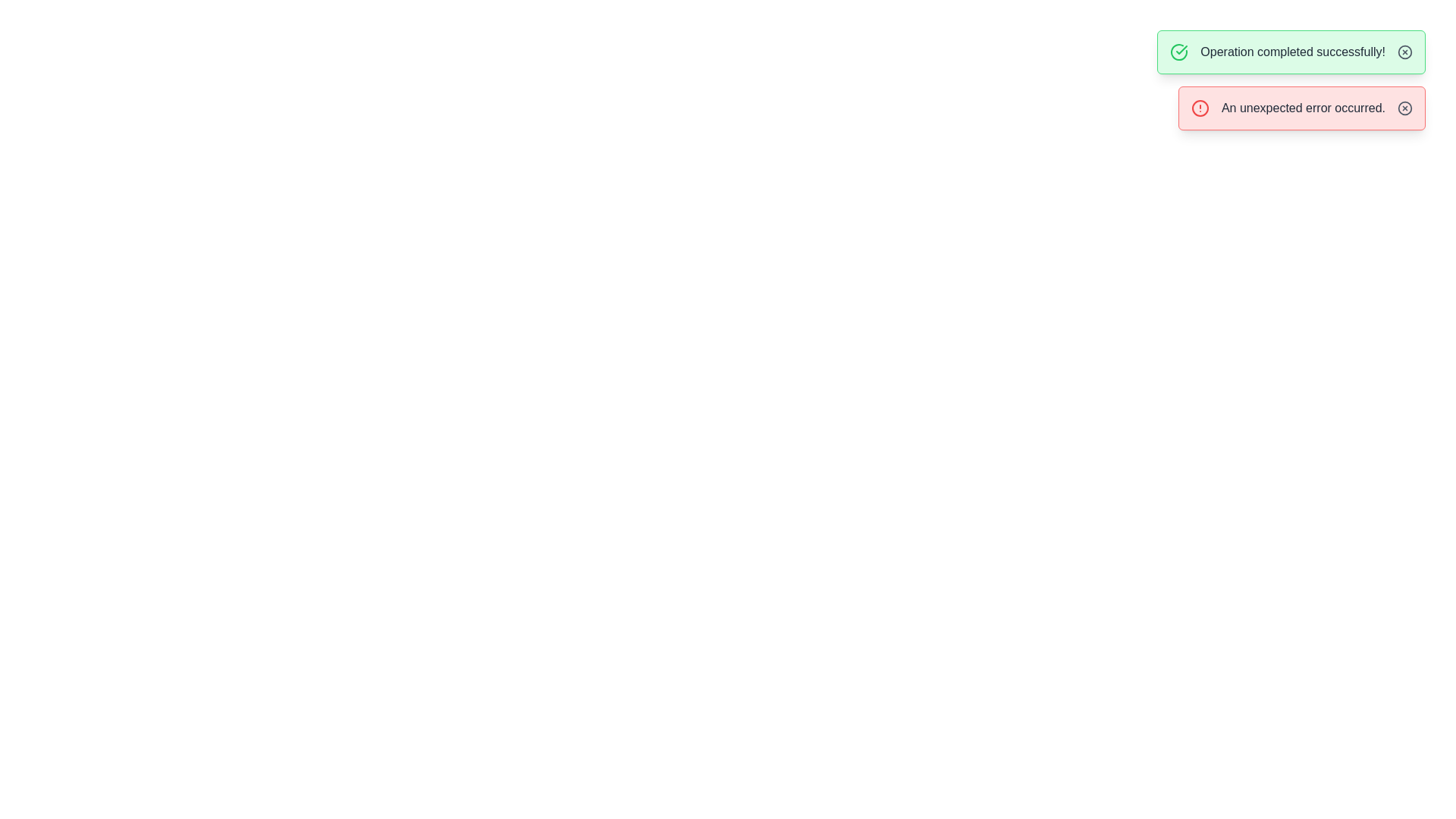 This screenshot has height=819, width=1456. I want to click on the circular alert icon indicating an error, which is located in the notification panel with the message 'An unexpected error occurred.', so click(1199, 107).